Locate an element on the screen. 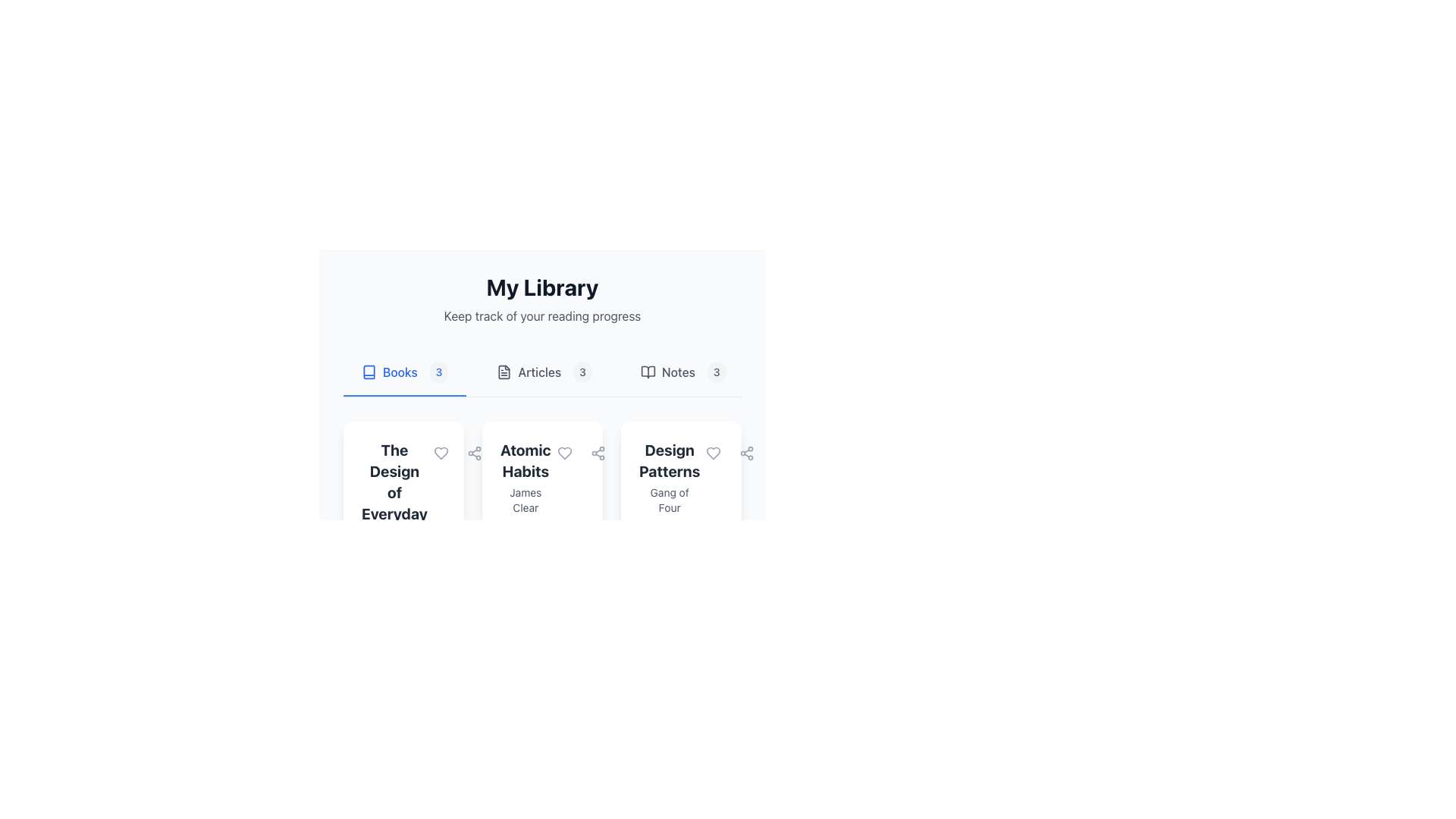 Image resolution: width=1456 pixels, height=819 pixels. the small square icon resembling a file or document with text lines located in the 'Articles' navigation tab is located at coordinates (504, 372).